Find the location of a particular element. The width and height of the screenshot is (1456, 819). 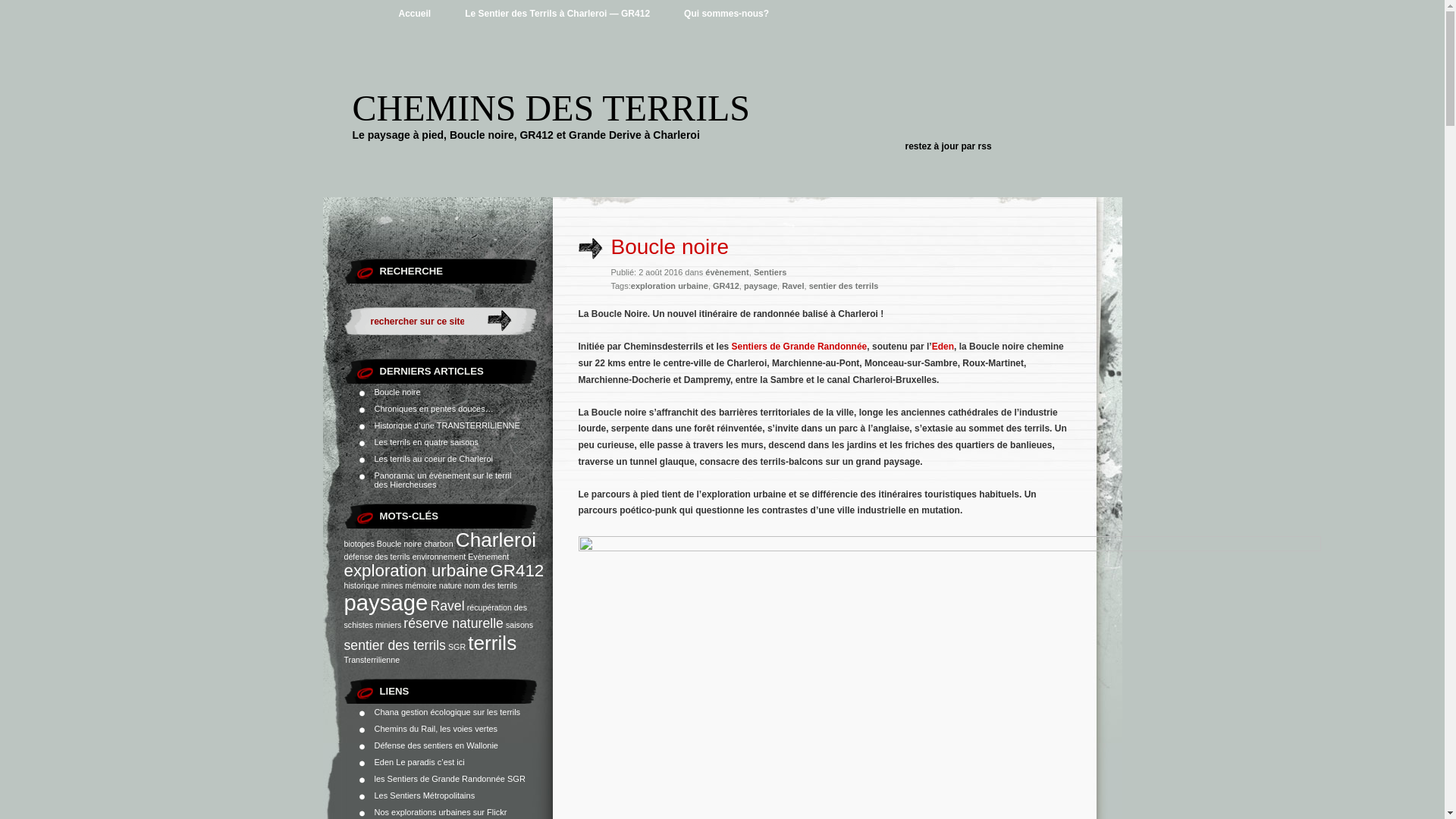

'CHEMINS DES TERRILS' is located at coordinates (550, 107).